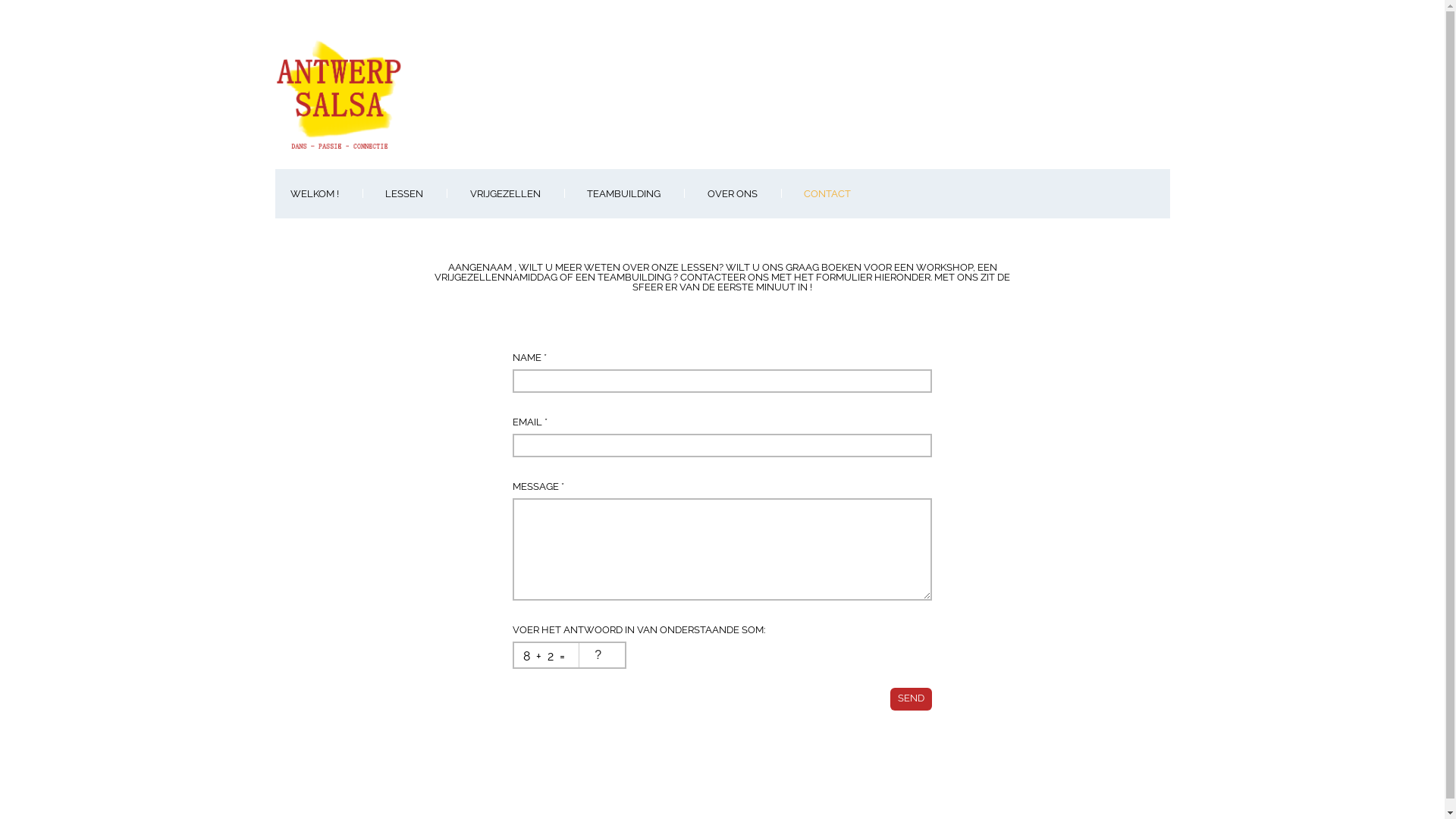 The height and width of the screenshot is (819, 1456). What do you see at coordinates (731, 193) in the screenshot?
I see `'OVER ONS'` at bounding box center [731, 193].